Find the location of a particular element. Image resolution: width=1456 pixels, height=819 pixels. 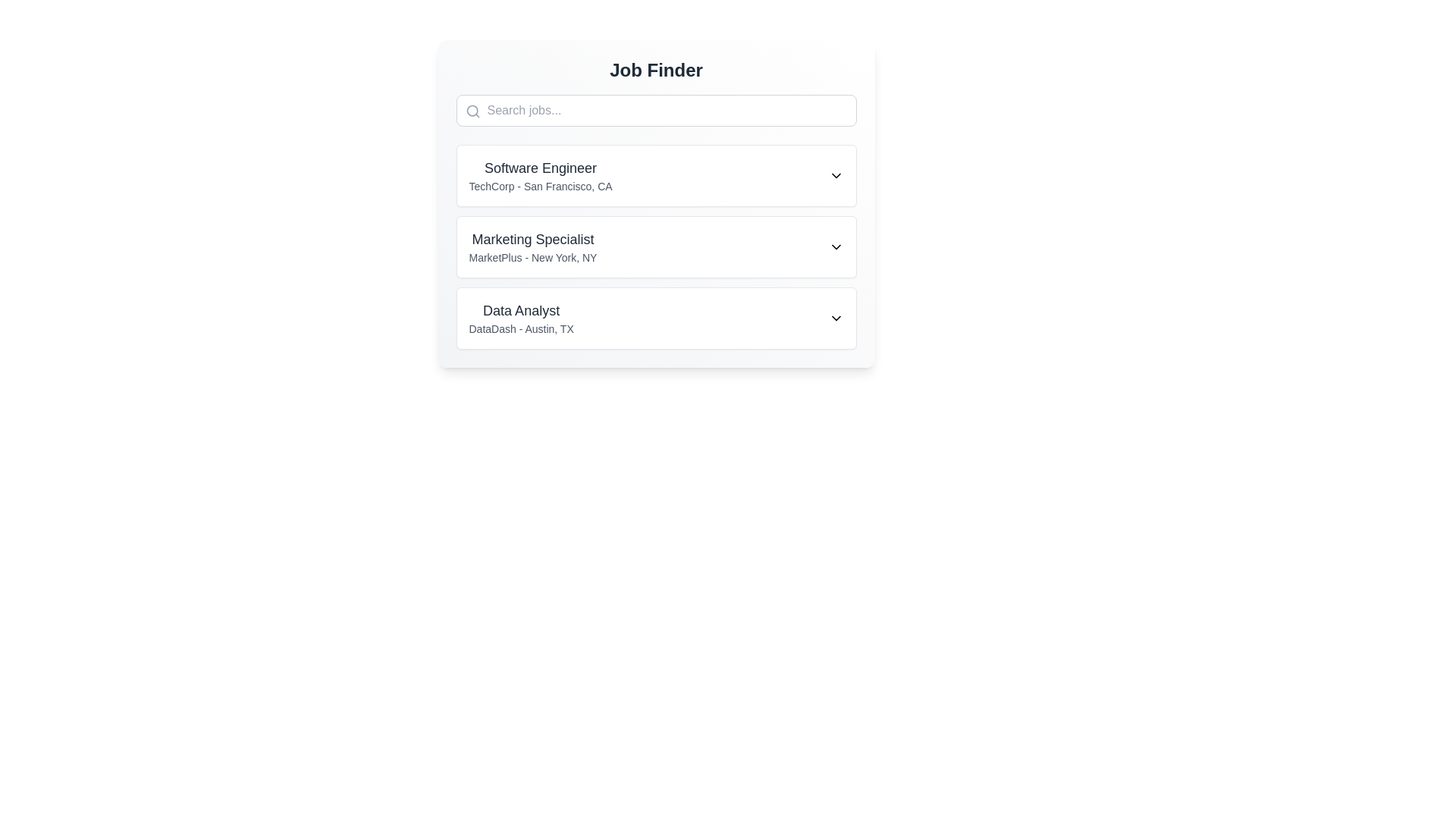

the magnifying glass icon representing the search functionality located on the left side of the search input field under the 'Job Finder' title is located at coordinates (472, 110).